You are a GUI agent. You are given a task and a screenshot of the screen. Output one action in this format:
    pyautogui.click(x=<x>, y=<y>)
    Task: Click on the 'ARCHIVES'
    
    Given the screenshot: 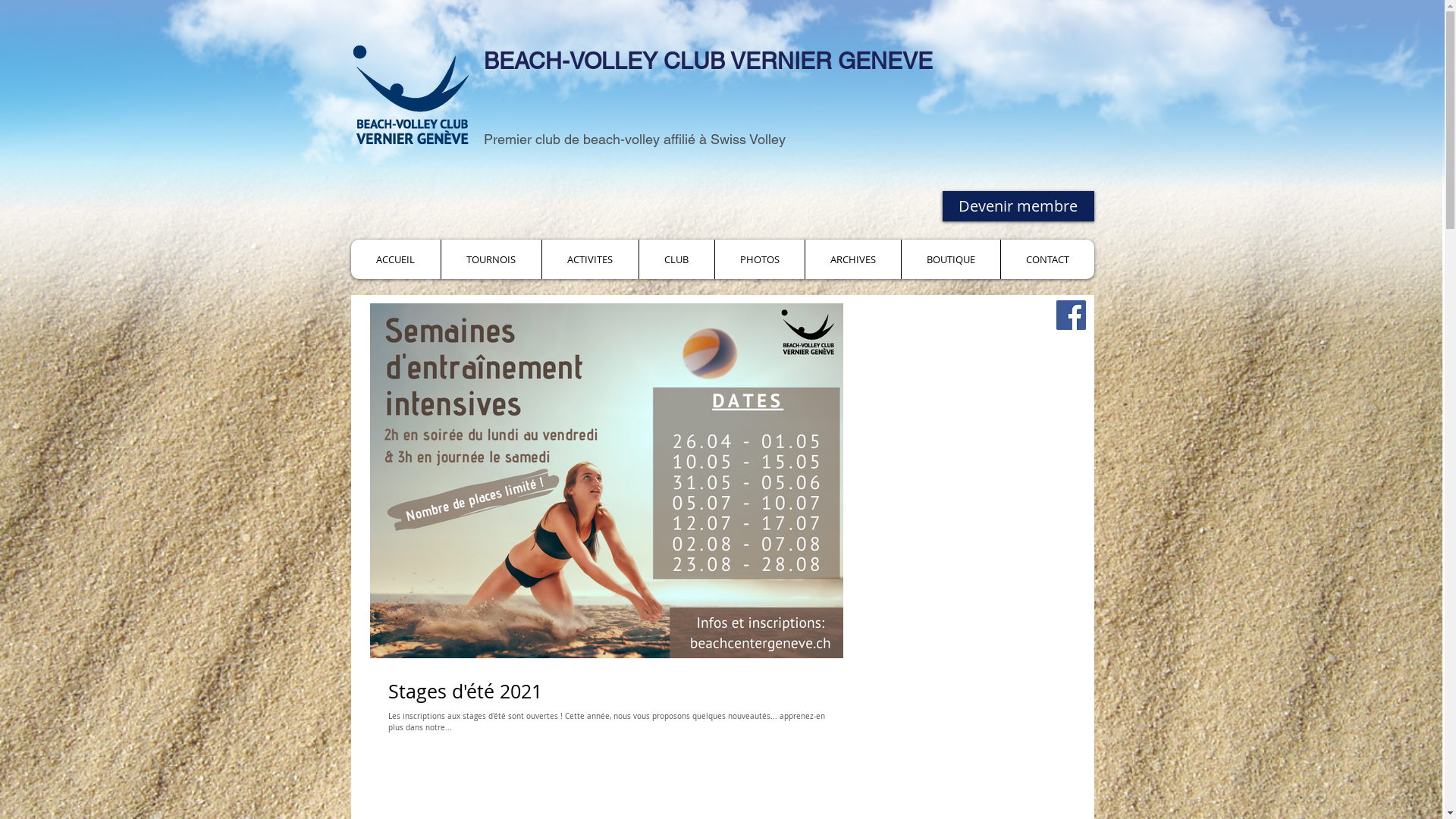 What is the action you would take?
    pyautogui.click(x=852, y=259)
    